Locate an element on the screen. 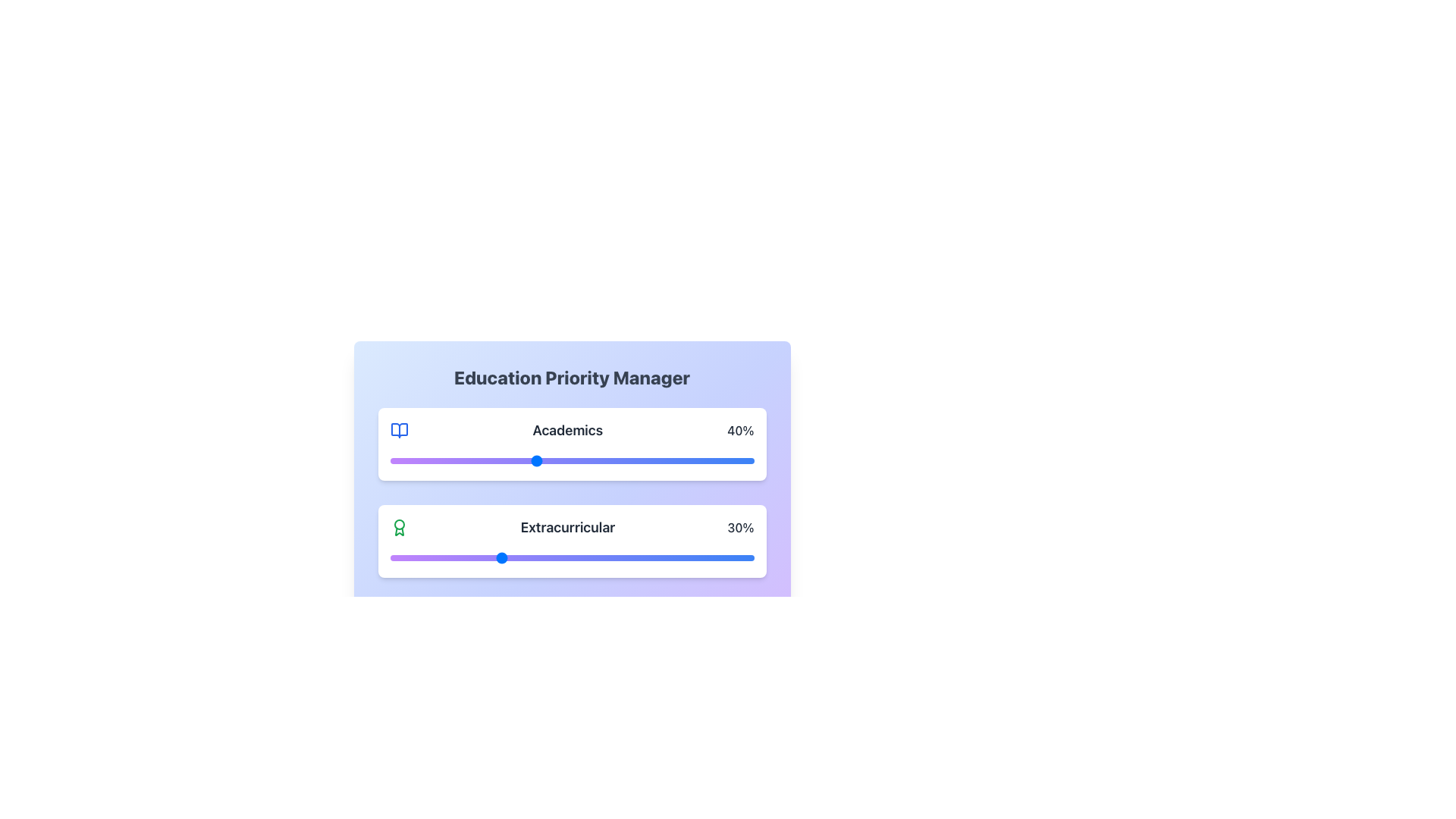  the slider value is located at coordinates (575, 460).